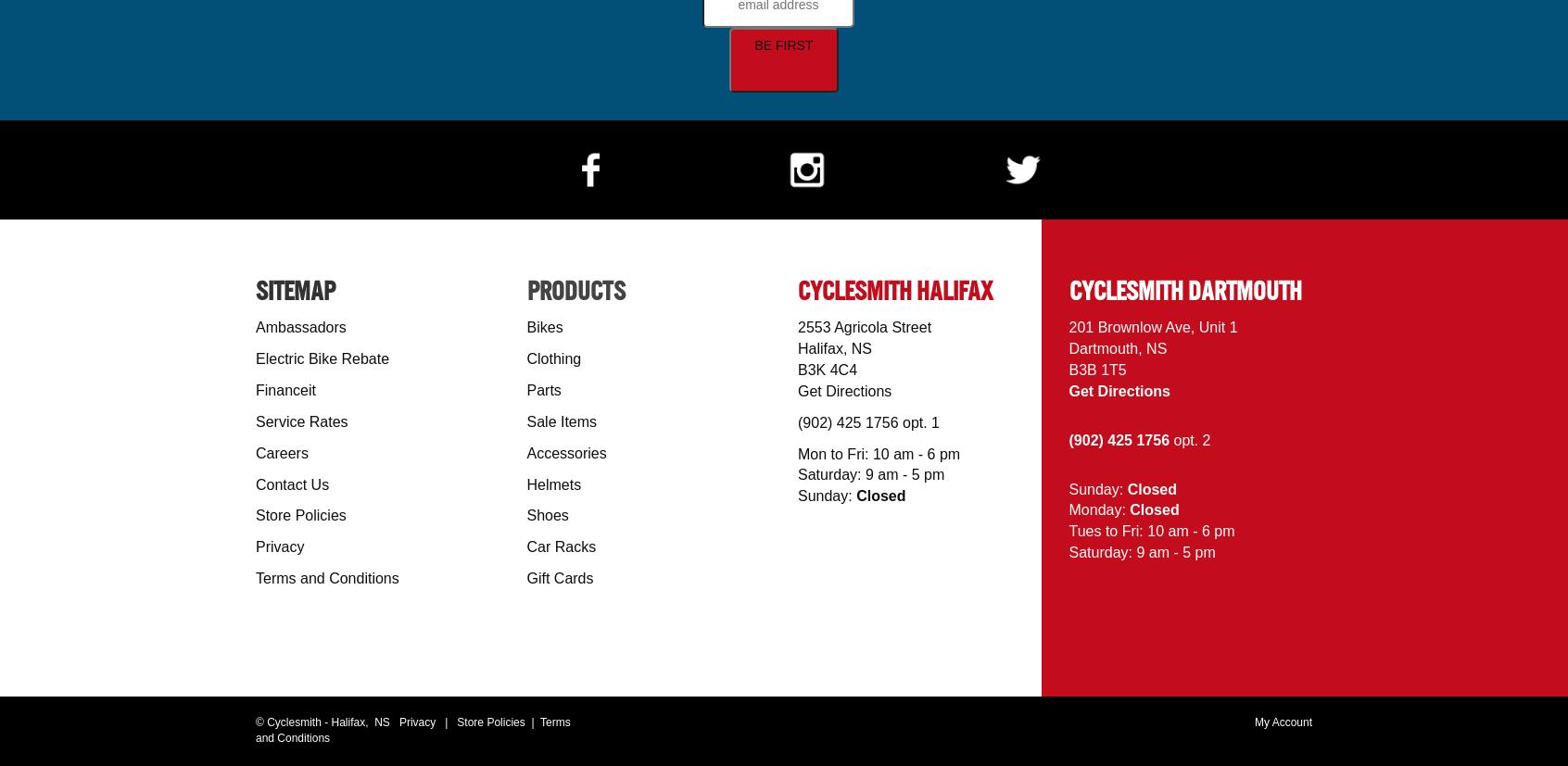 The height and width of the screenshot is (766, 1568). I want to click on 'Halifax, NS', so click(833, 347).